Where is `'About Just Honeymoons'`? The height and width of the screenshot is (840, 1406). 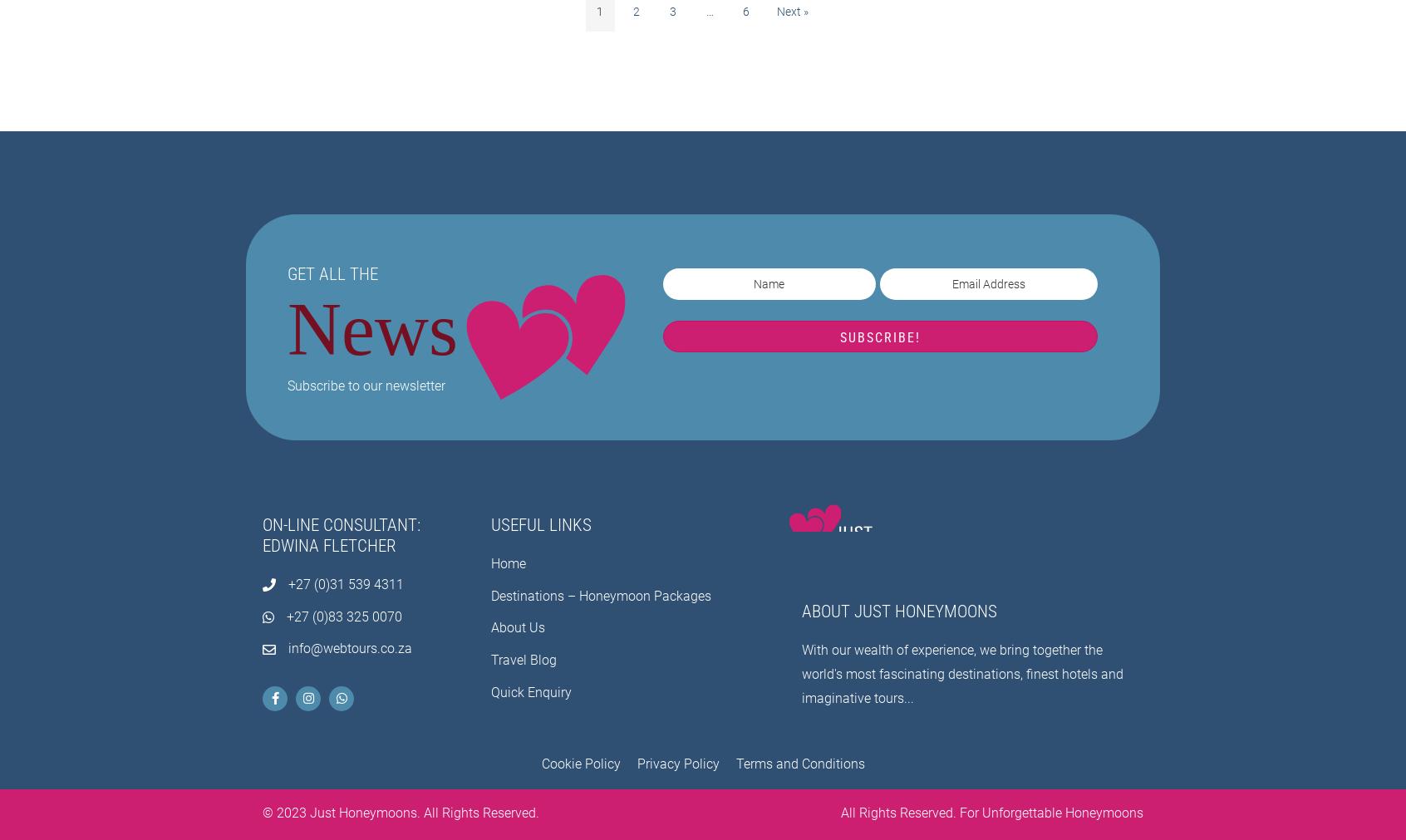 'About Just Honeymoons' is located at coordinates (899, 611).